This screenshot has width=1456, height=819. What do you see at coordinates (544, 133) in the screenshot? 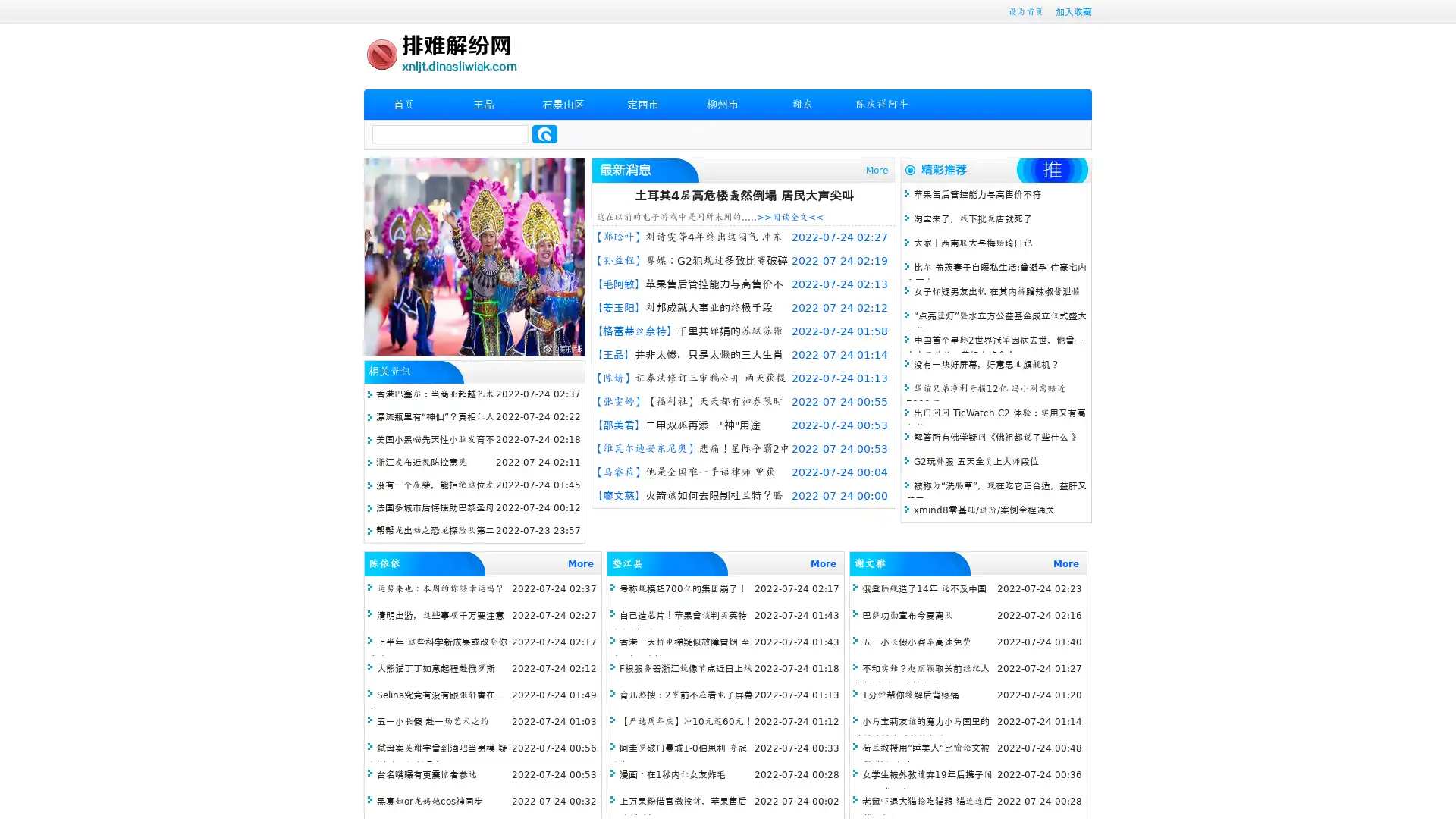
I see `Search` at bounding box center [544, 133].